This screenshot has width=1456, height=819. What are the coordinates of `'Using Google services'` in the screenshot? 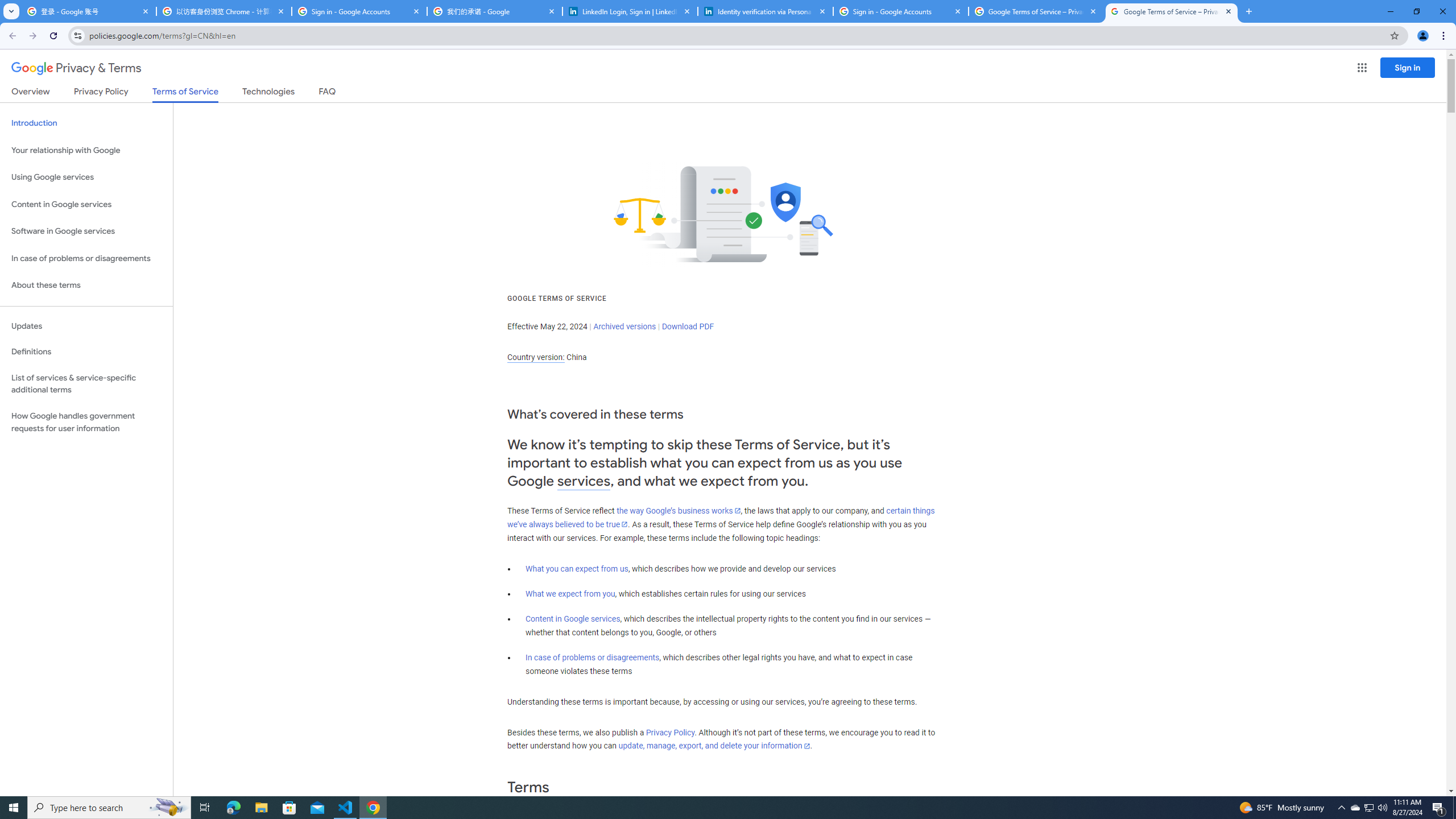 It's located at (86, 176).